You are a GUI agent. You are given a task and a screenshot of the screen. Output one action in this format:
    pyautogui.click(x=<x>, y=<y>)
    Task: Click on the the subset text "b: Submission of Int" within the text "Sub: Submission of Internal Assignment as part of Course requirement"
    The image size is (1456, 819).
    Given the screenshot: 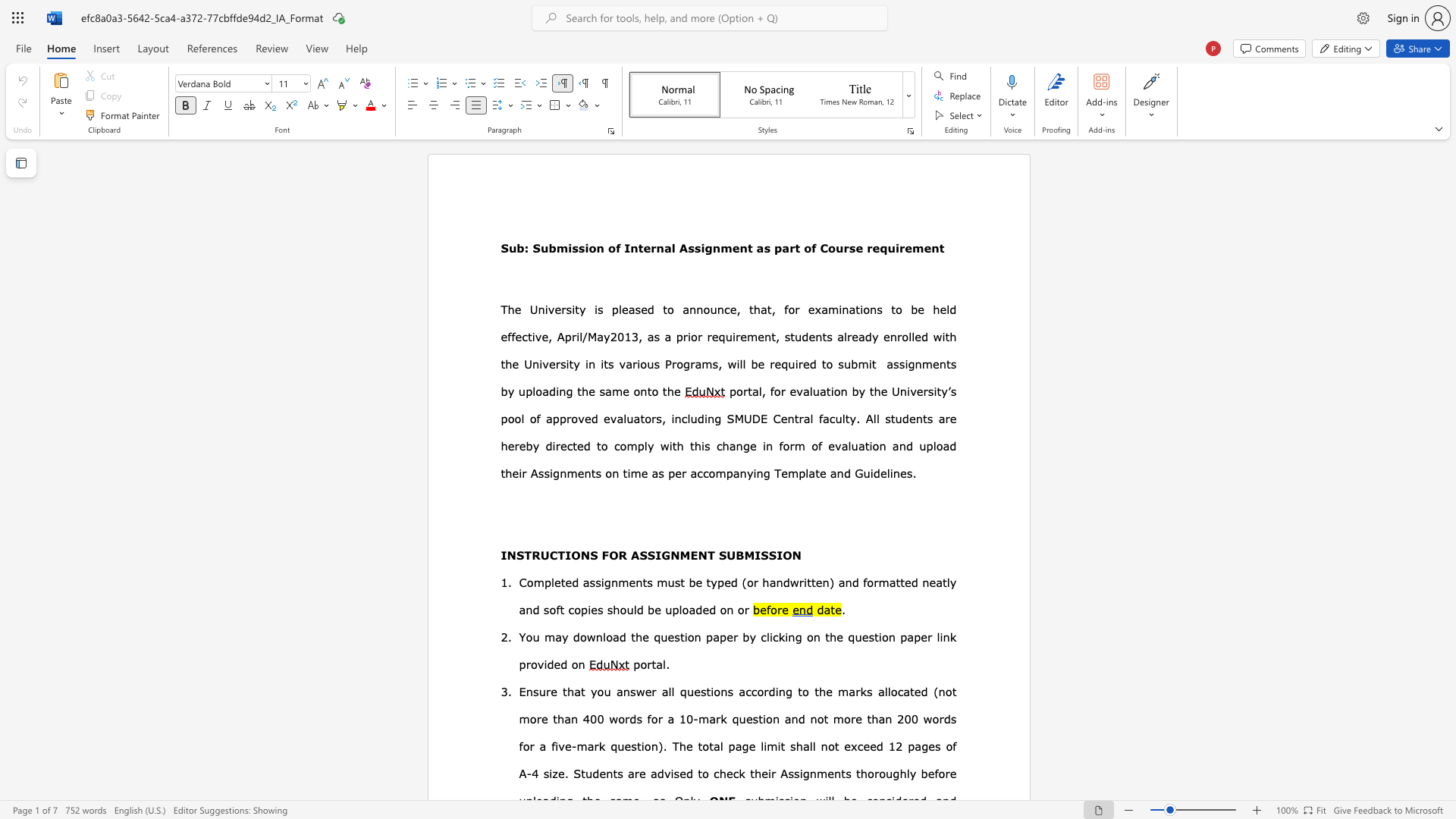 What is the action you would take?
    pyautogui.click(x=516, y=247)
    